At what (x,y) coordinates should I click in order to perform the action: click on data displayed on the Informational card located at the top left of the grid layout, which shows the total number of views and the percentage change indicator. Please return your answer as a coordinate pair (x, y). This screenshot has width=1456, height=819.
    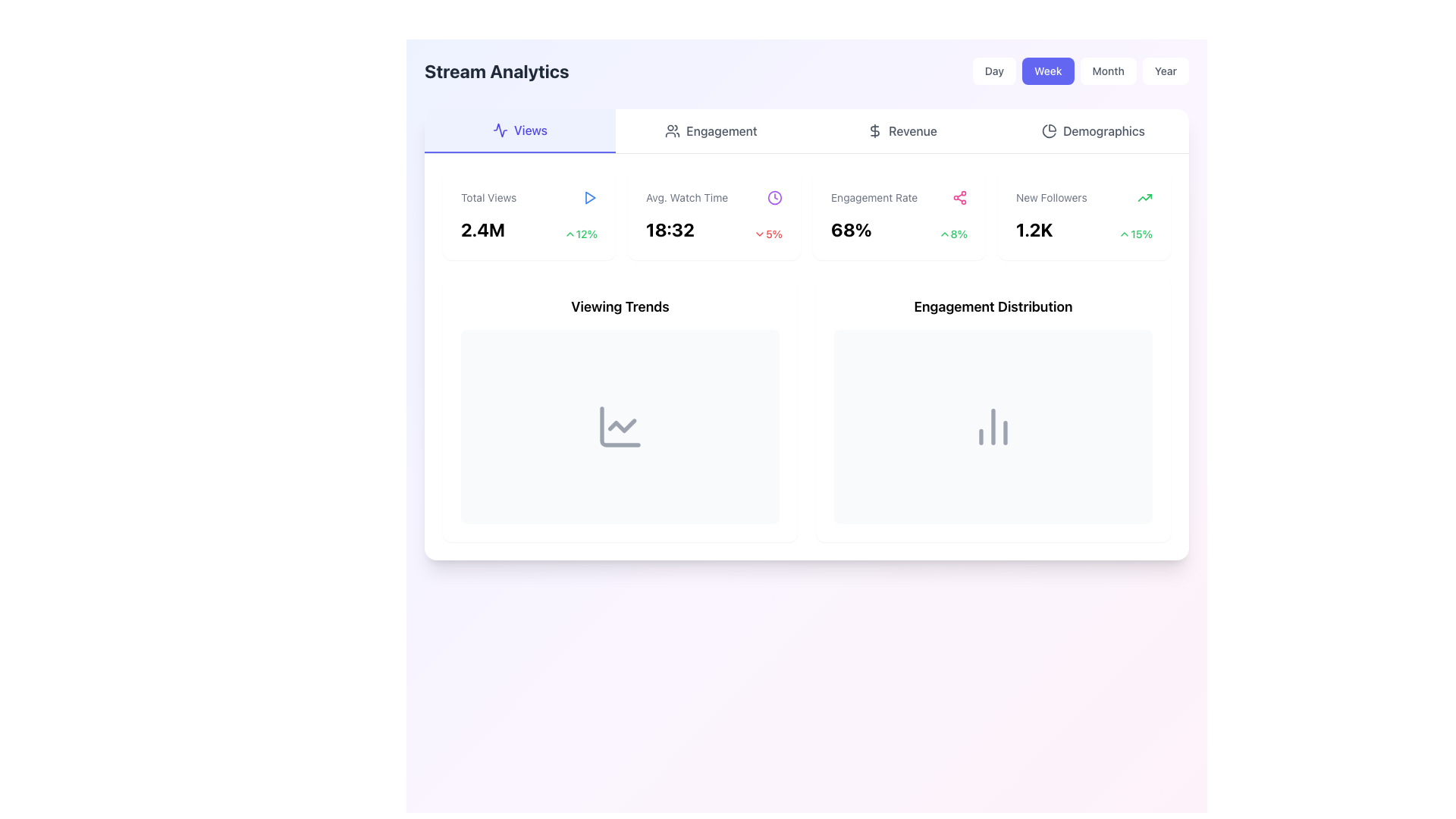
    Looking at the image, I should click on (529, 216).